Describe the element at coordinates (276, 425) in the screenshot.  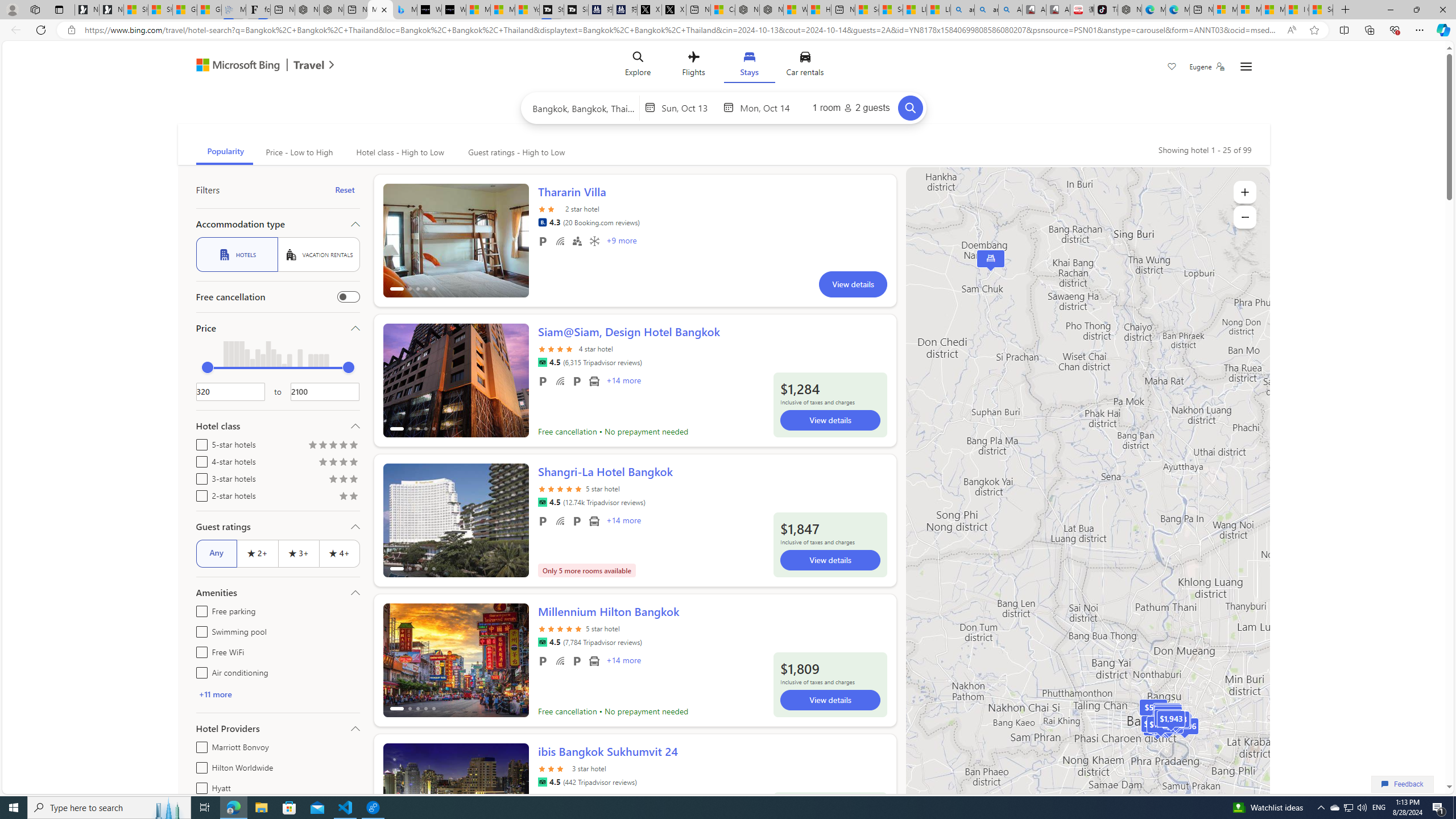
I see `'Hotel class'` at that location.